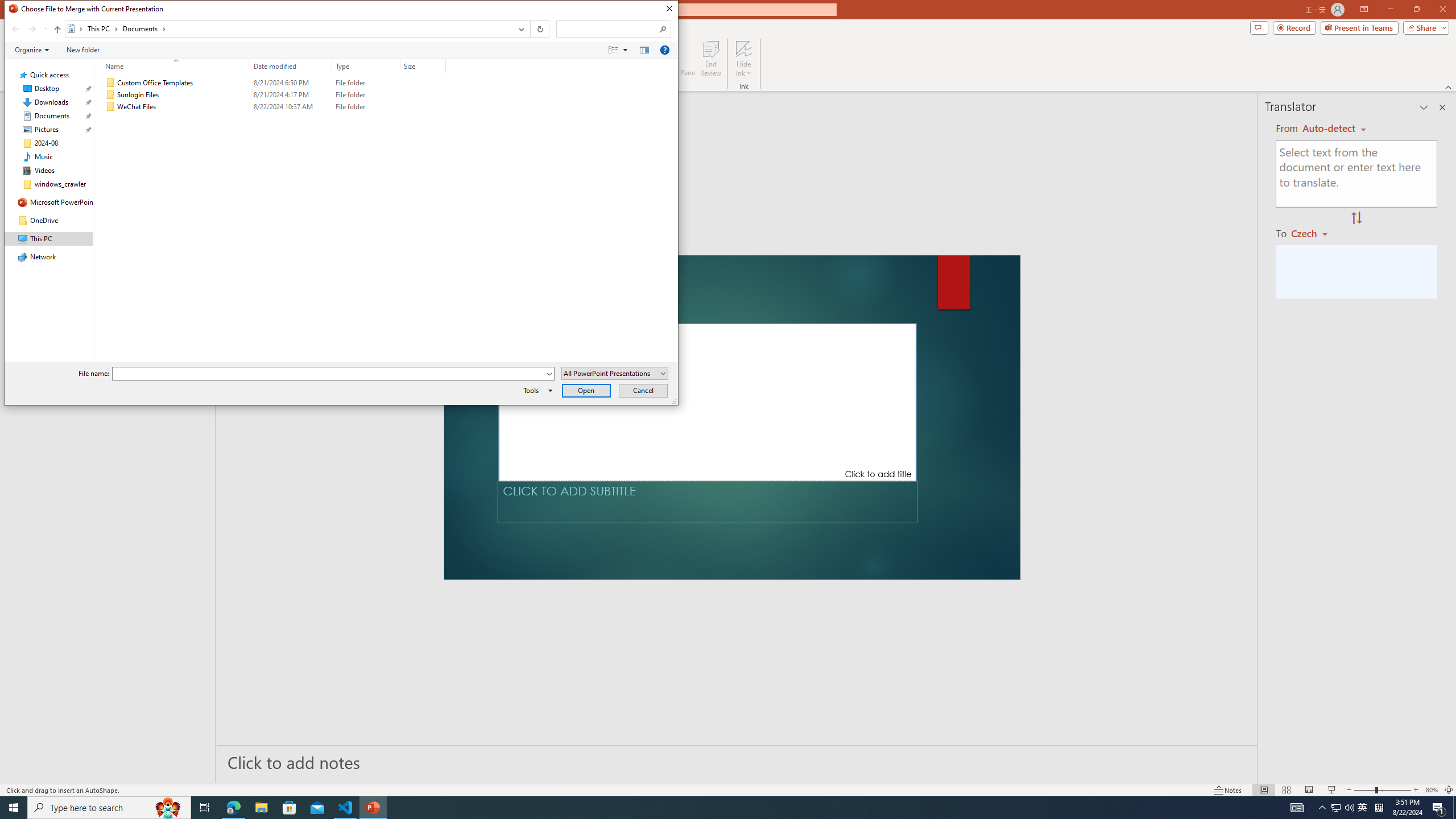 This screenshot has width=1456, height=819. What do you see at coordinates (32, 49) in the screenshot?
I see `'Organize'` at bounding box center [32, 49].